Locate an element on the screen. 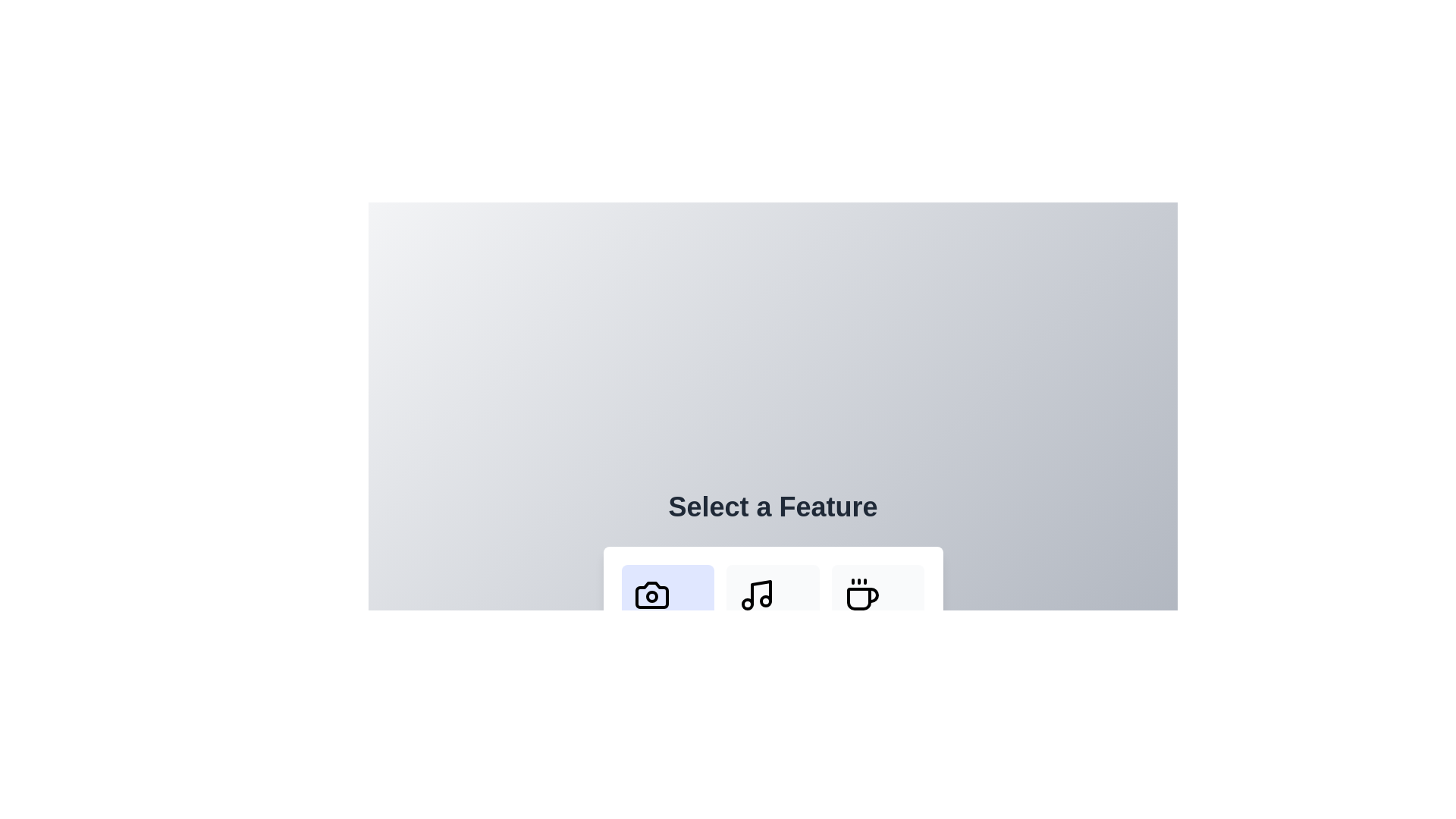 This screenshot has width=1456, height=819. the small circular icon within the SVG graphic that is located at the center of the camera icon is located at coordinates (651, 595).